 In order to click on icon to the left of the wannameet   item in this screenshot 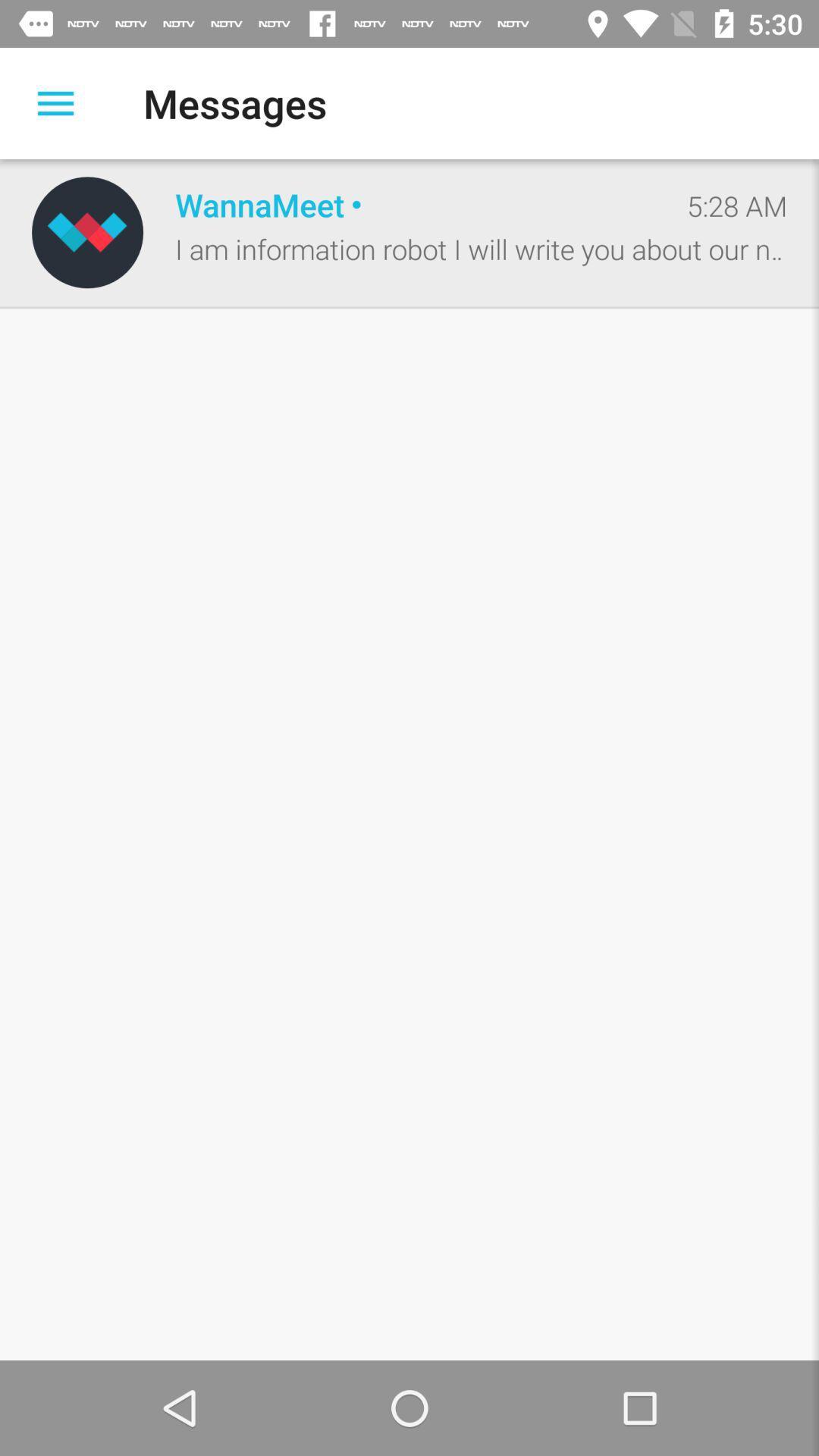, I will do `click(87, 231)`.